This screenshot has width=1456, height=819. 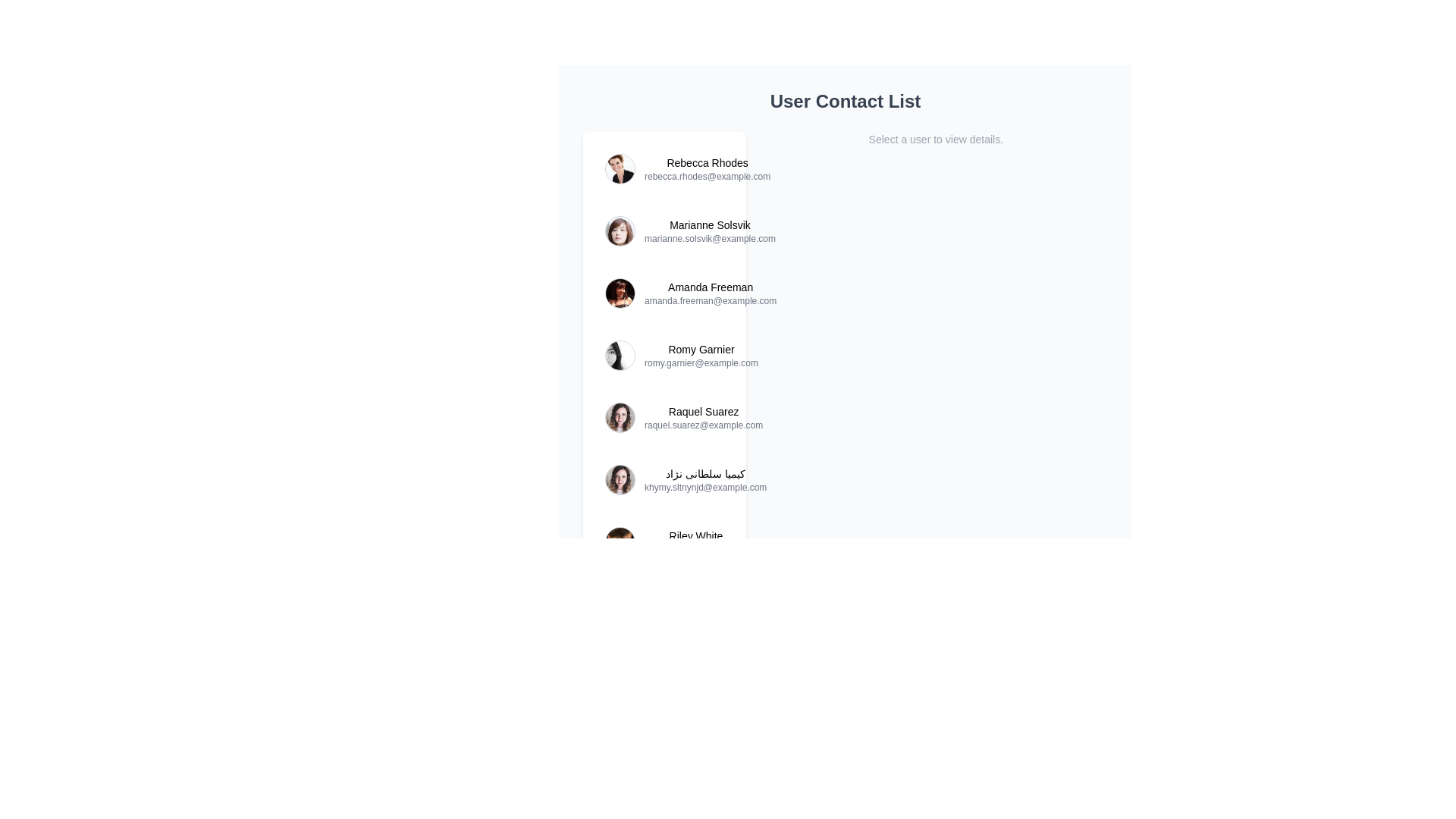 What do you see at coordinates (703, 418) in the screenshot?
I see `the text label pair displaying 'Raquel Suarez' and 'raquel.suarez@example.com' in the user contact list under the fifth entry` at bounding box center [703, 418].